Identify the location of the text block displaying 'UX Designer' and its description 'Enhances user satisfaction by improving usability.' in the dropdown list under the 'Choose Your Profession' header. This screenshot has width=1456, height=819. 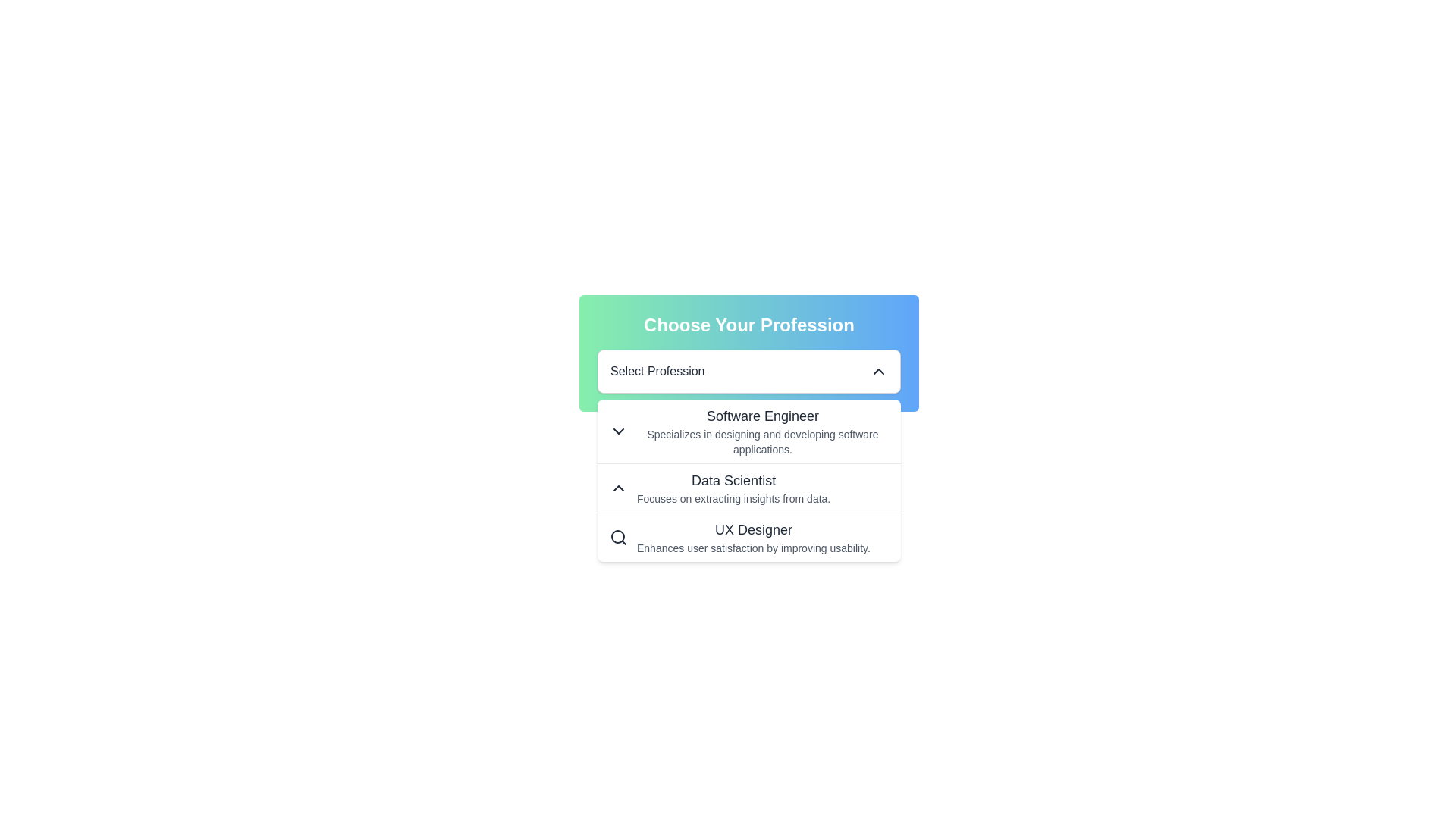
(753, 537).